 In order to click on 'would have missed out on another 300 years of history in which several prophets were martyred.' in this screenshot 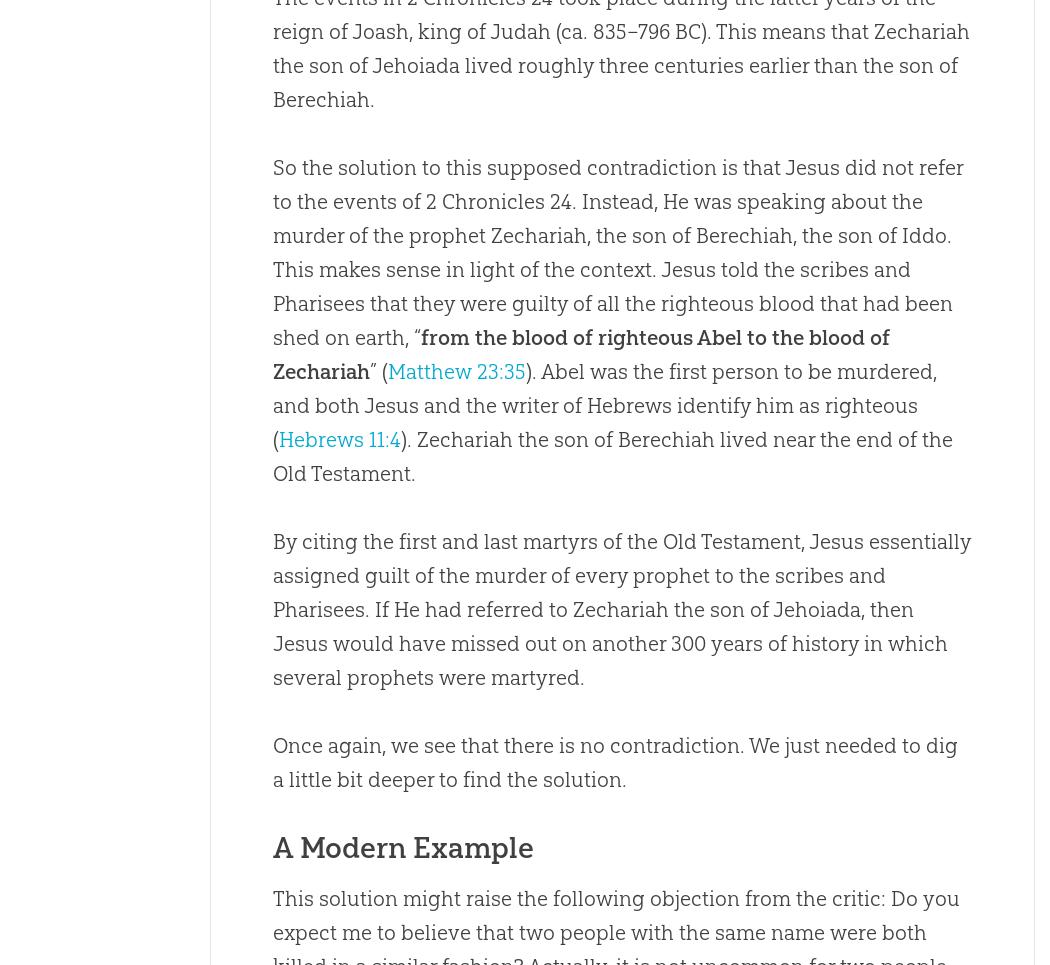, I will do `click(609, 660)`.